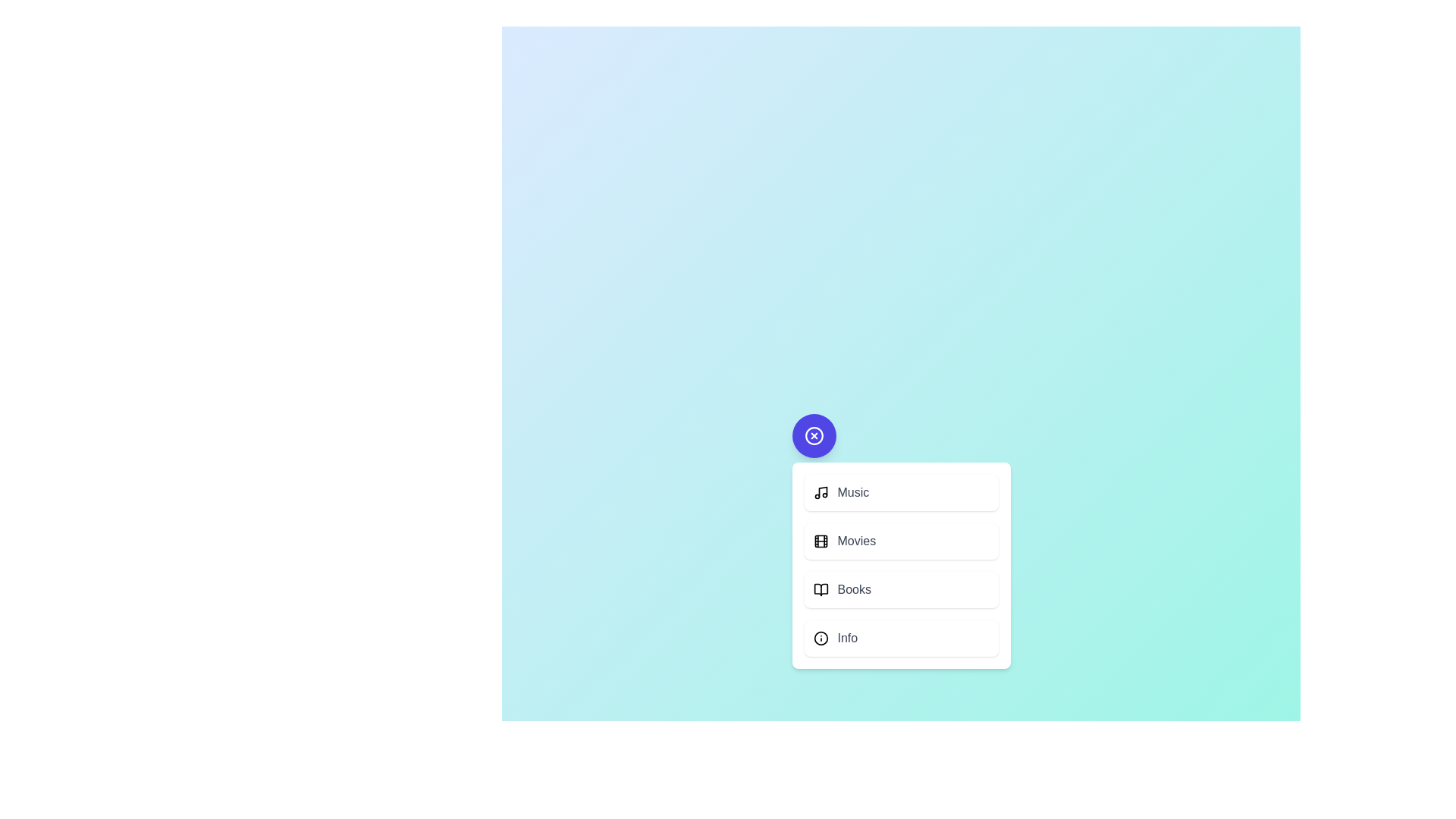 The image size is (1456, 819). What do you see at coordinates (901, 638) in the screenshot?
I see `the action 'Info' from the menu` at bounding box center [901, 638].